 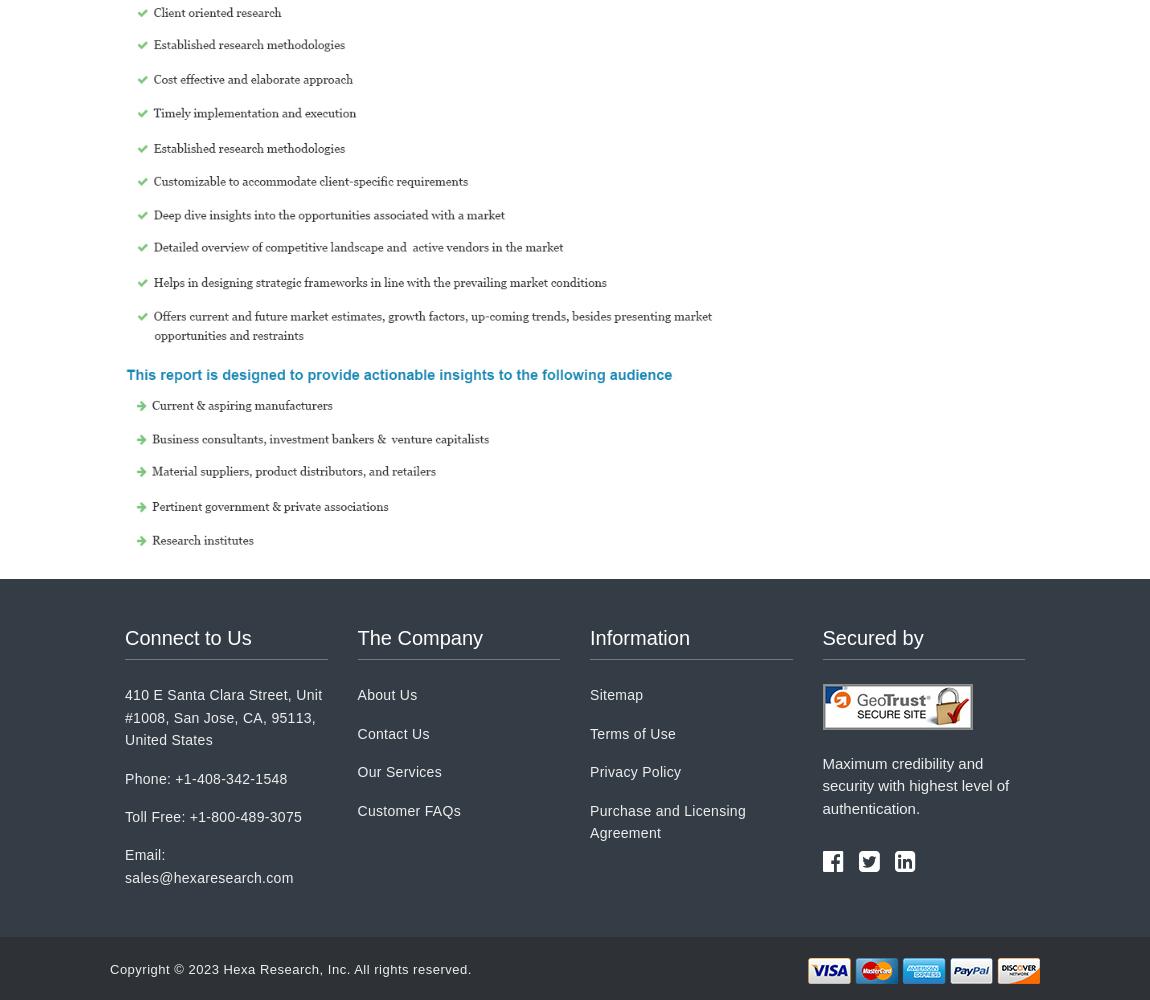 I want to click on 'The Company', so click(x=419, y=638).